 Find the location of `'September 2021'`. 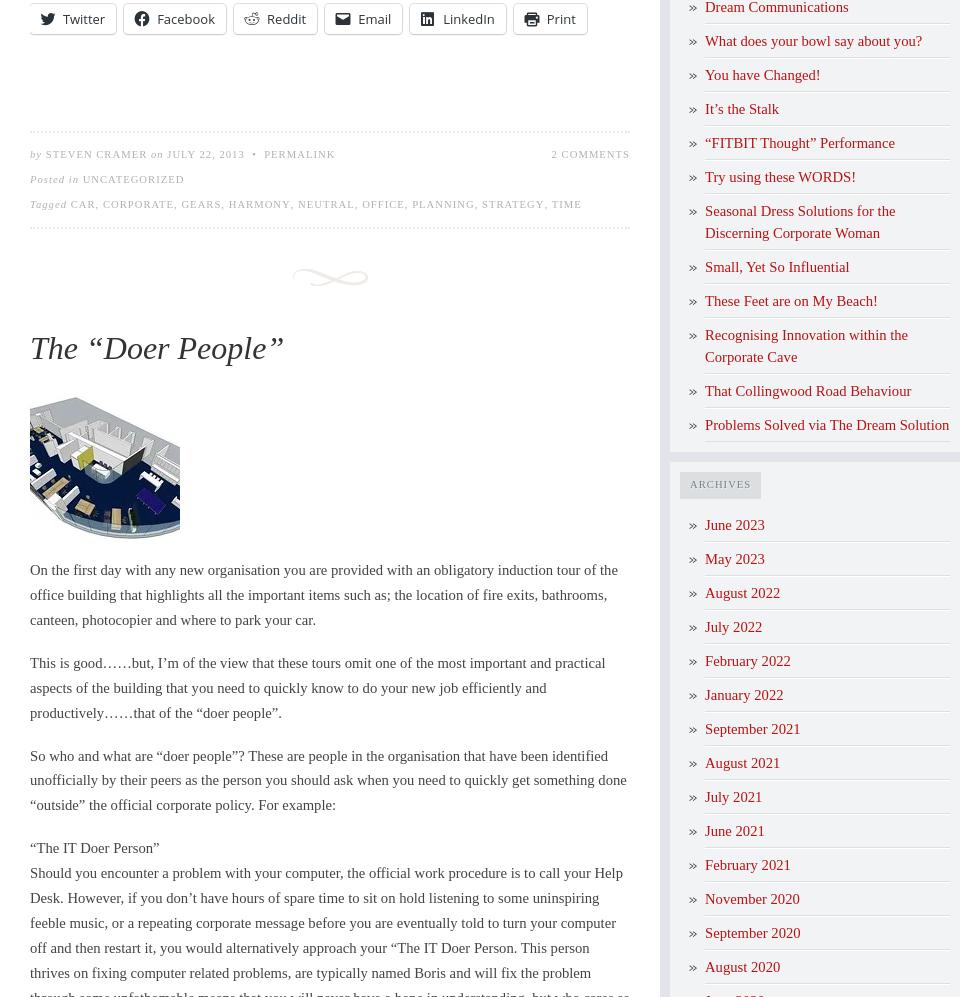

'September 2021' is located at coordinates (751, 728).